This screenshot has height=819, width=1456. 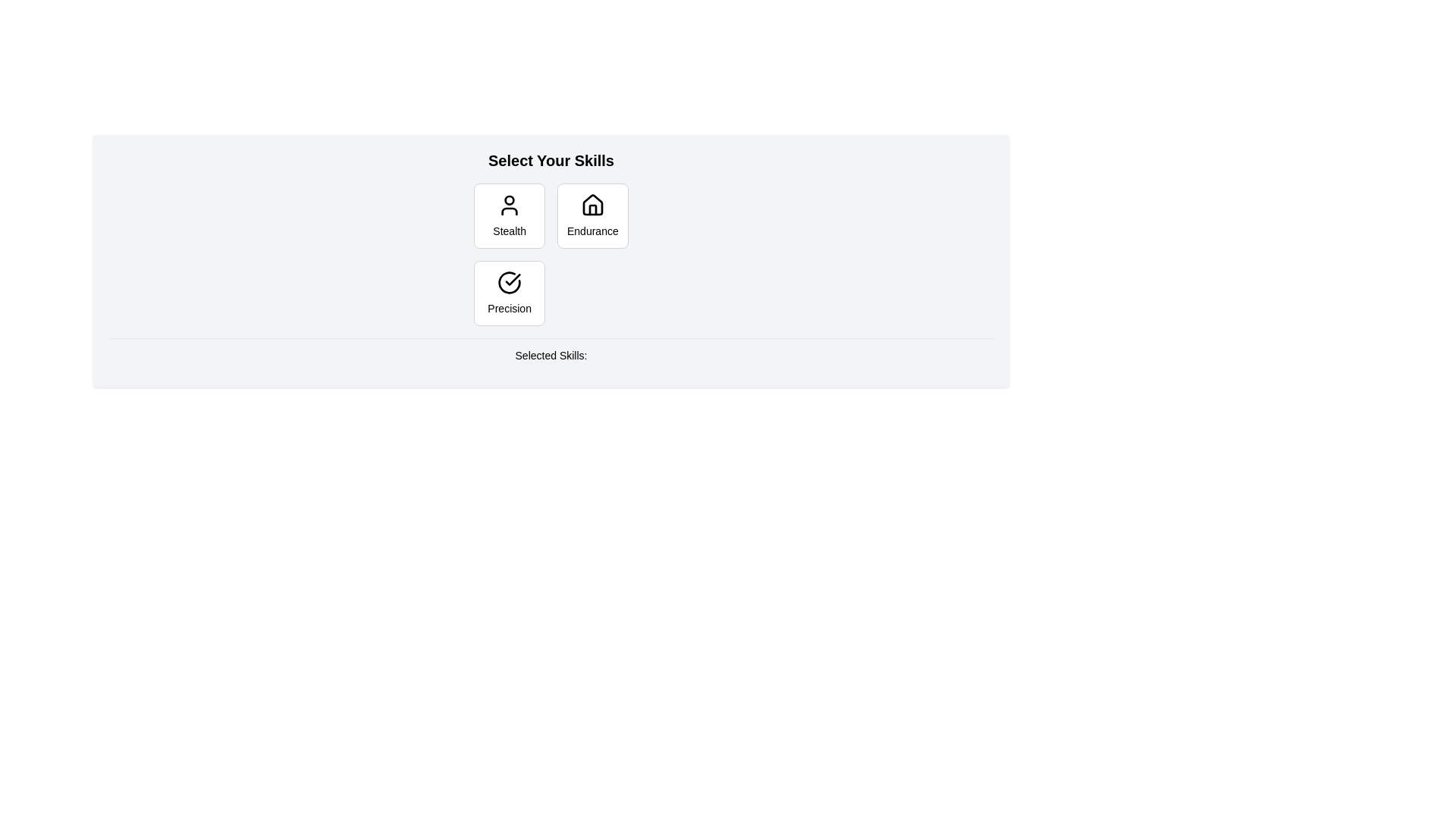 I want to click on text content of the descriptive label located at the bottom of the top-left card in a grid layout, which has a light gray border and rounded corners, so click(x=510, y=231).